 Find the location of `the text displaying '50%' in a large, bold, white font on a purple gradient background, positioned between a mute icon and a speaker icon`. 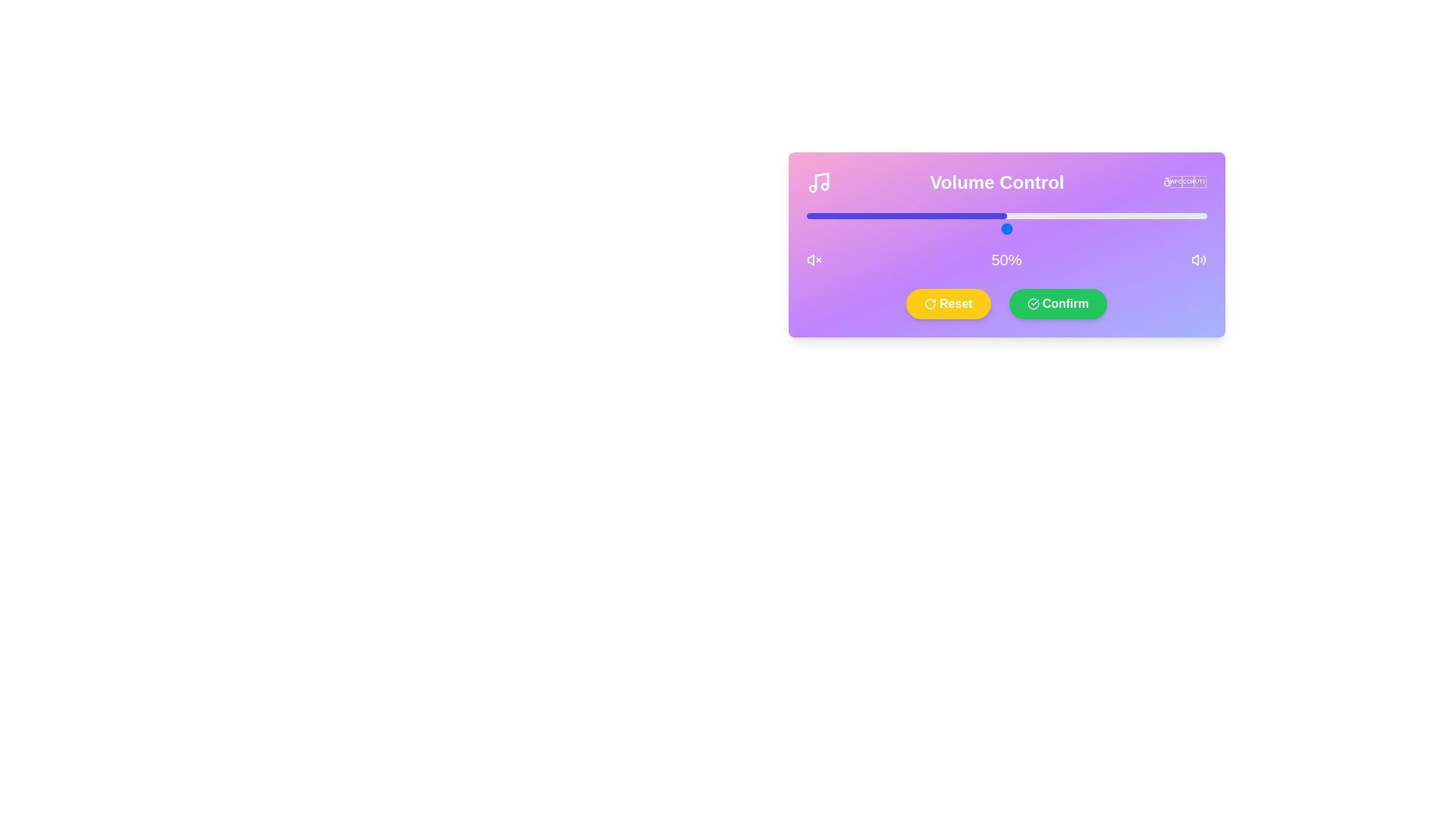

the text displaying '50%' in a large, bold, white font on a purple gradient background, positioned between a mute icon and a speaker icon is located at coordinates (1006, 259).